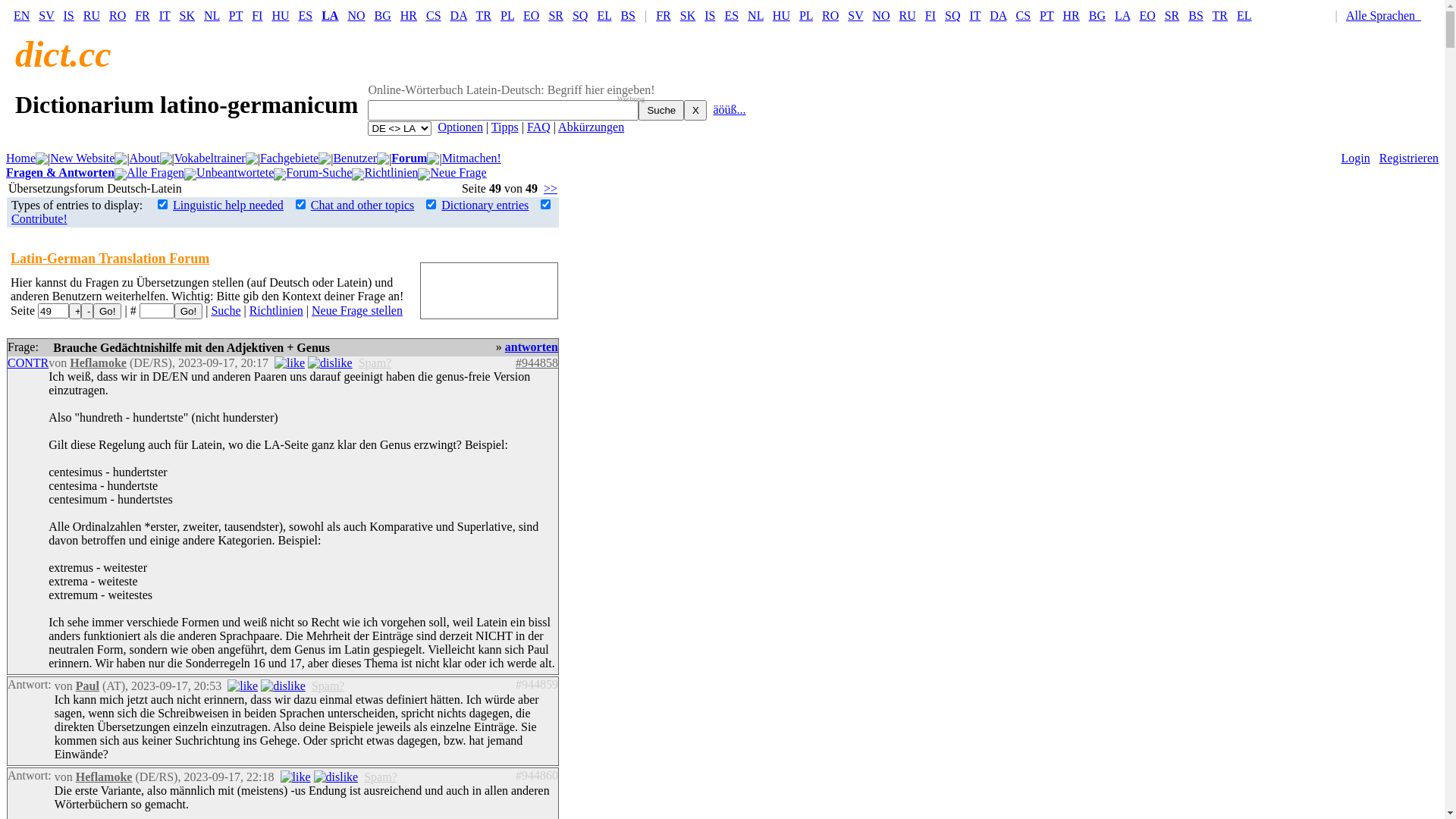 The height and width of the screenshot is (819, 1456). I want to click on 'DA', so click(457, 15).